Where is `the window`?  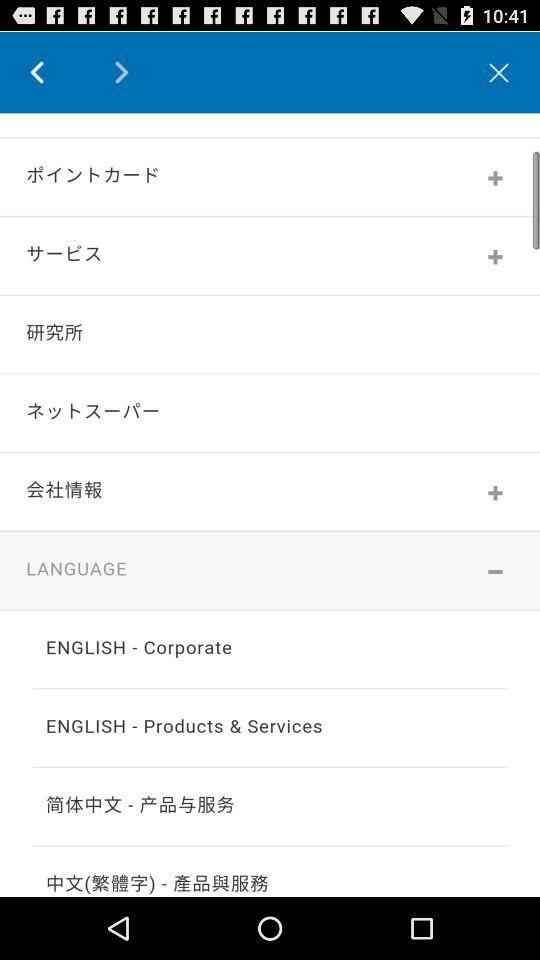
the window is located at coordinates (498, 72).